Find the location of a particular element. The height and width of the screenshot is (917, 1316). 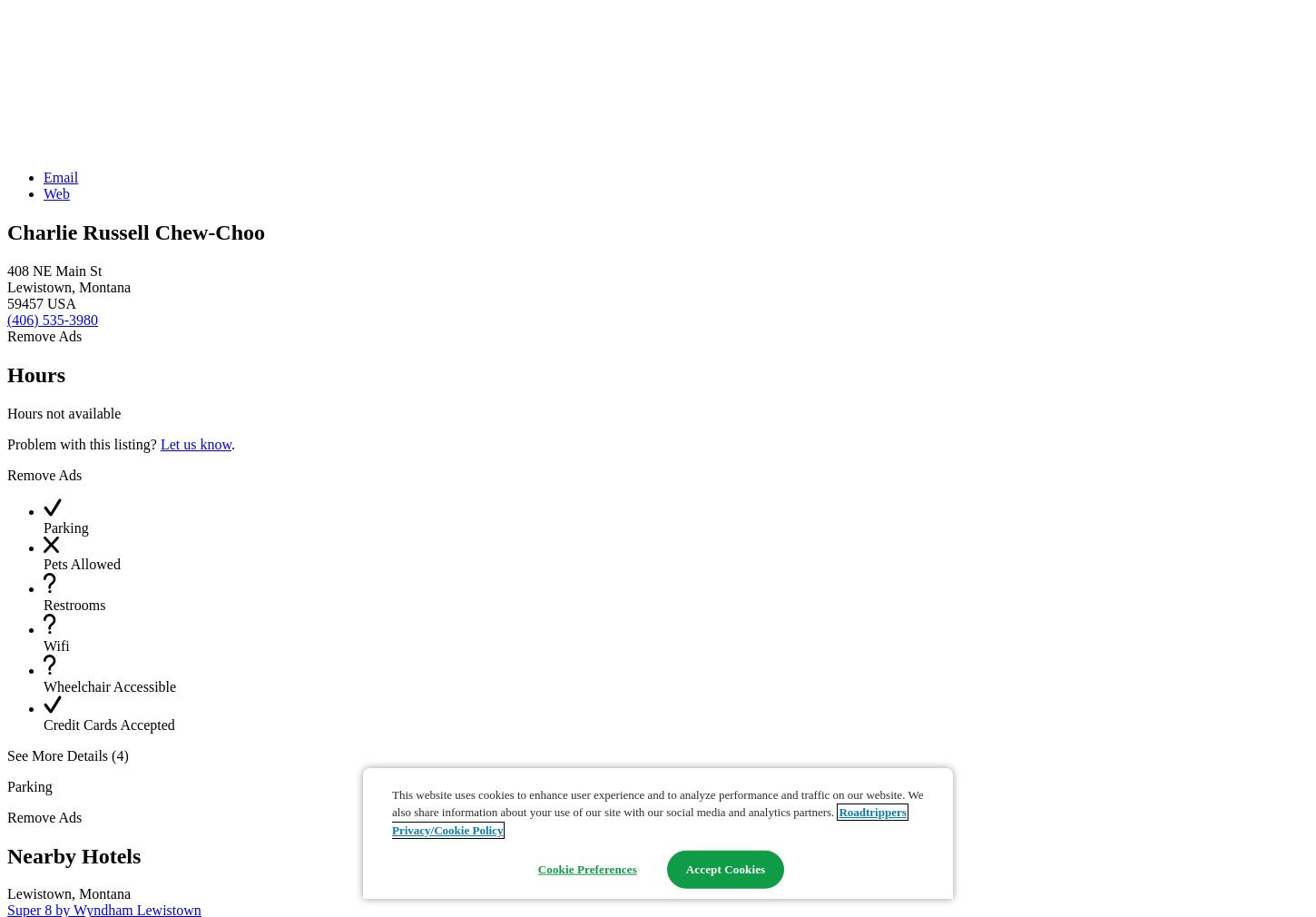

'Wheelchair Accessible' is located at coordinates (109, 685).